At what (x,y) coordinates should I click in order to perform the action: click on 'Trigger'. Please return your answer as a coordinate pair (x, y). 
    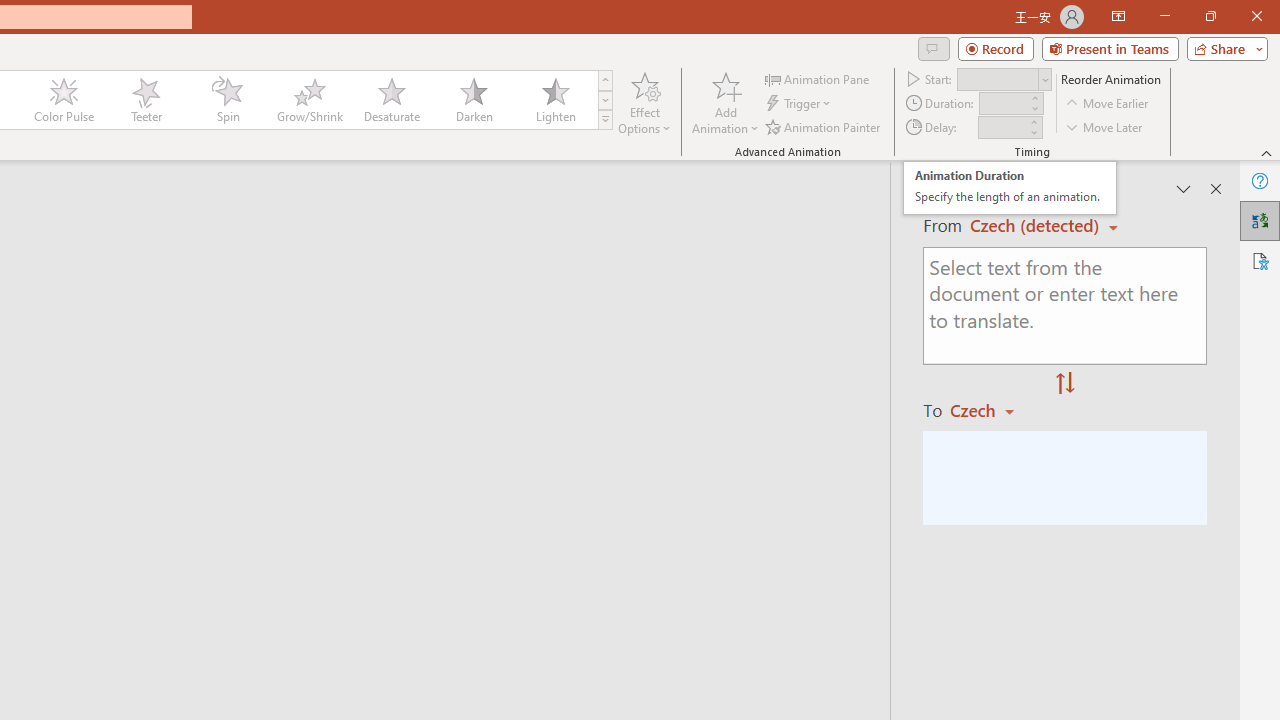
    Looking at the image, I should click on (800, 103).